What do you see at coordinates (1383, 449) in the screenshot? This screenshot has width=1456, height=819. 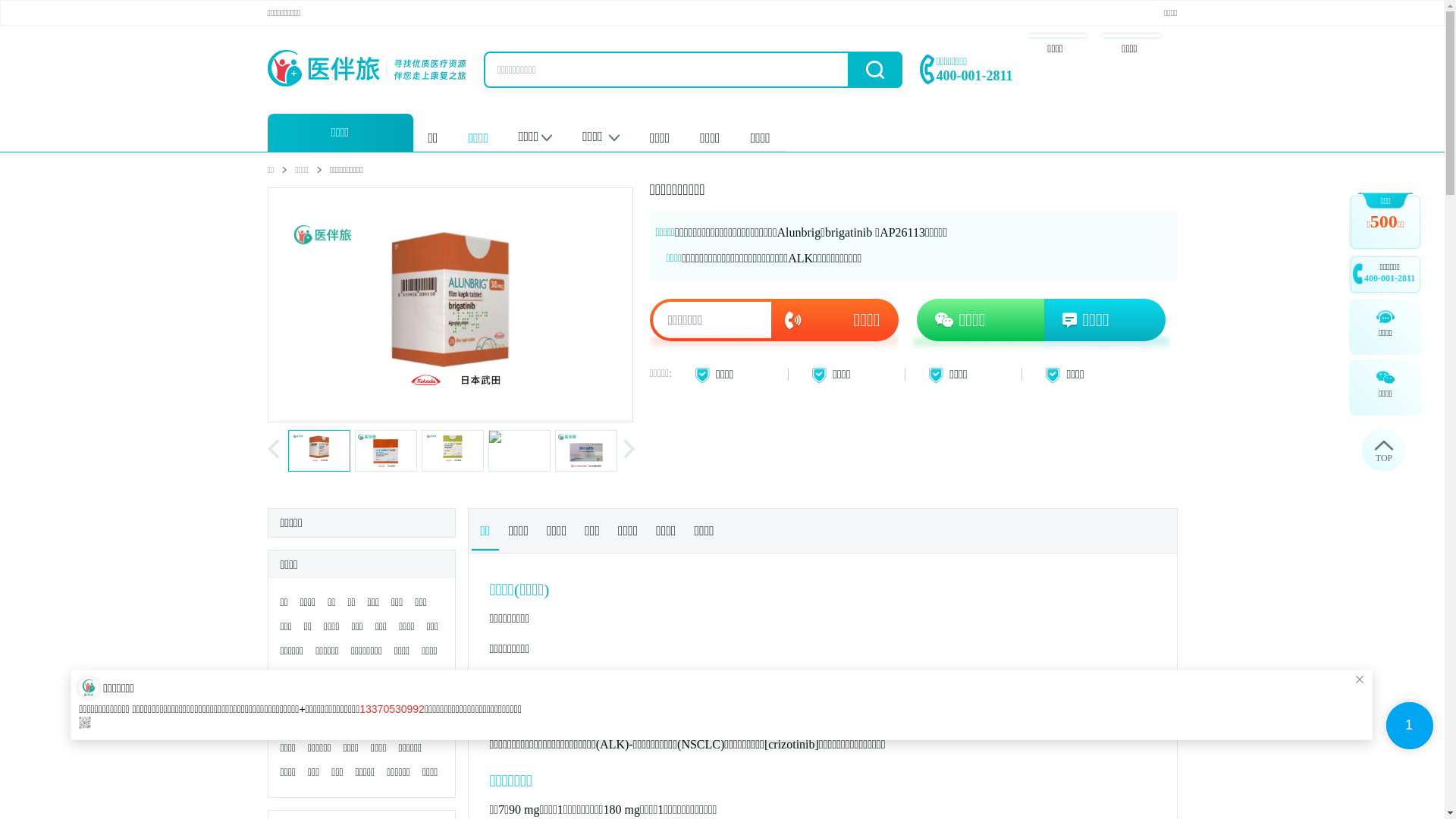 I see `'TOP'` at bounding box center [1383, 449].